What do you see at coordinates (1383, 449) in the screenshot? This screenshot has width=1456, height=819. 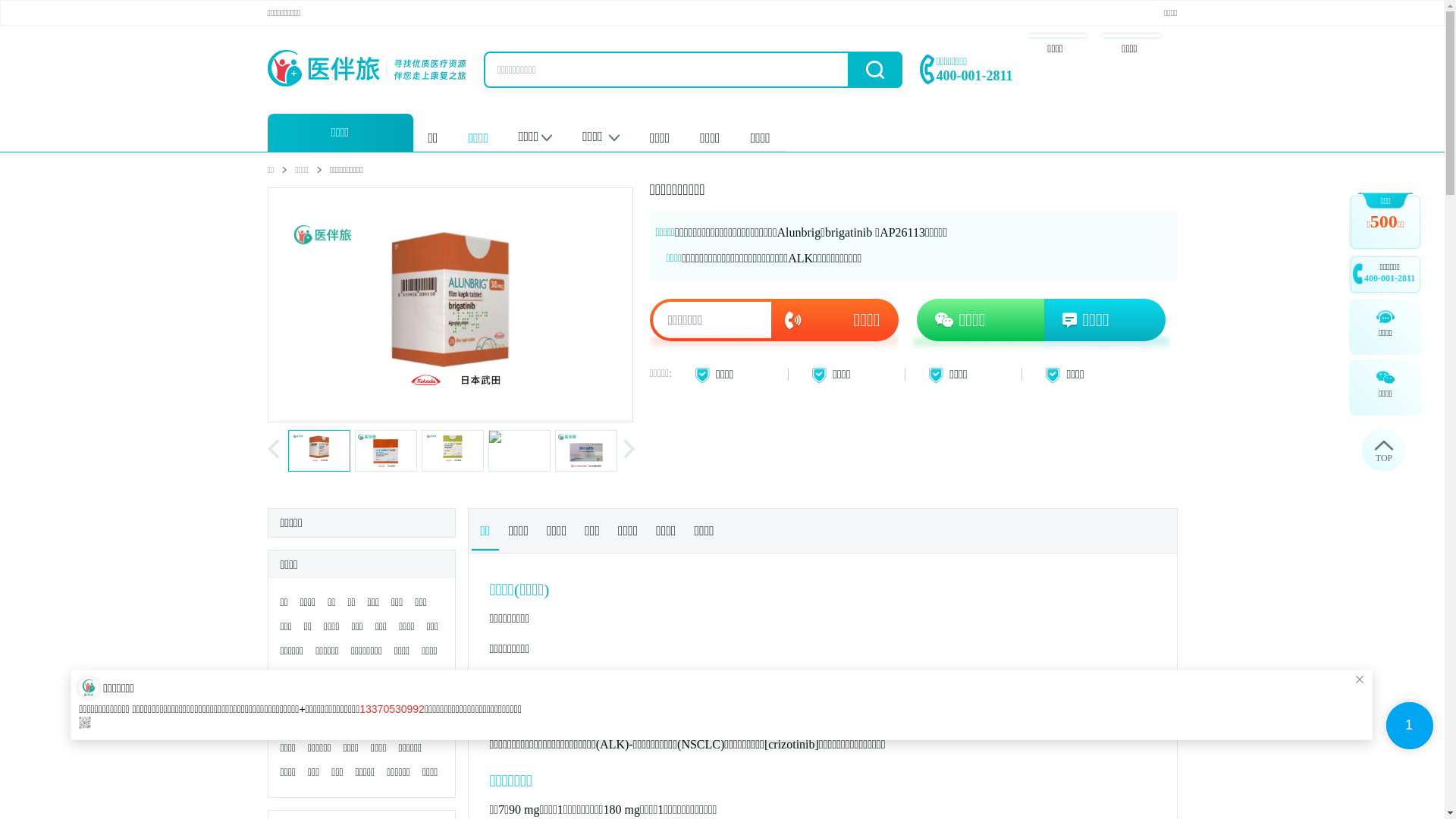 I see `'TOP'` at bounding box center [1383, 449].